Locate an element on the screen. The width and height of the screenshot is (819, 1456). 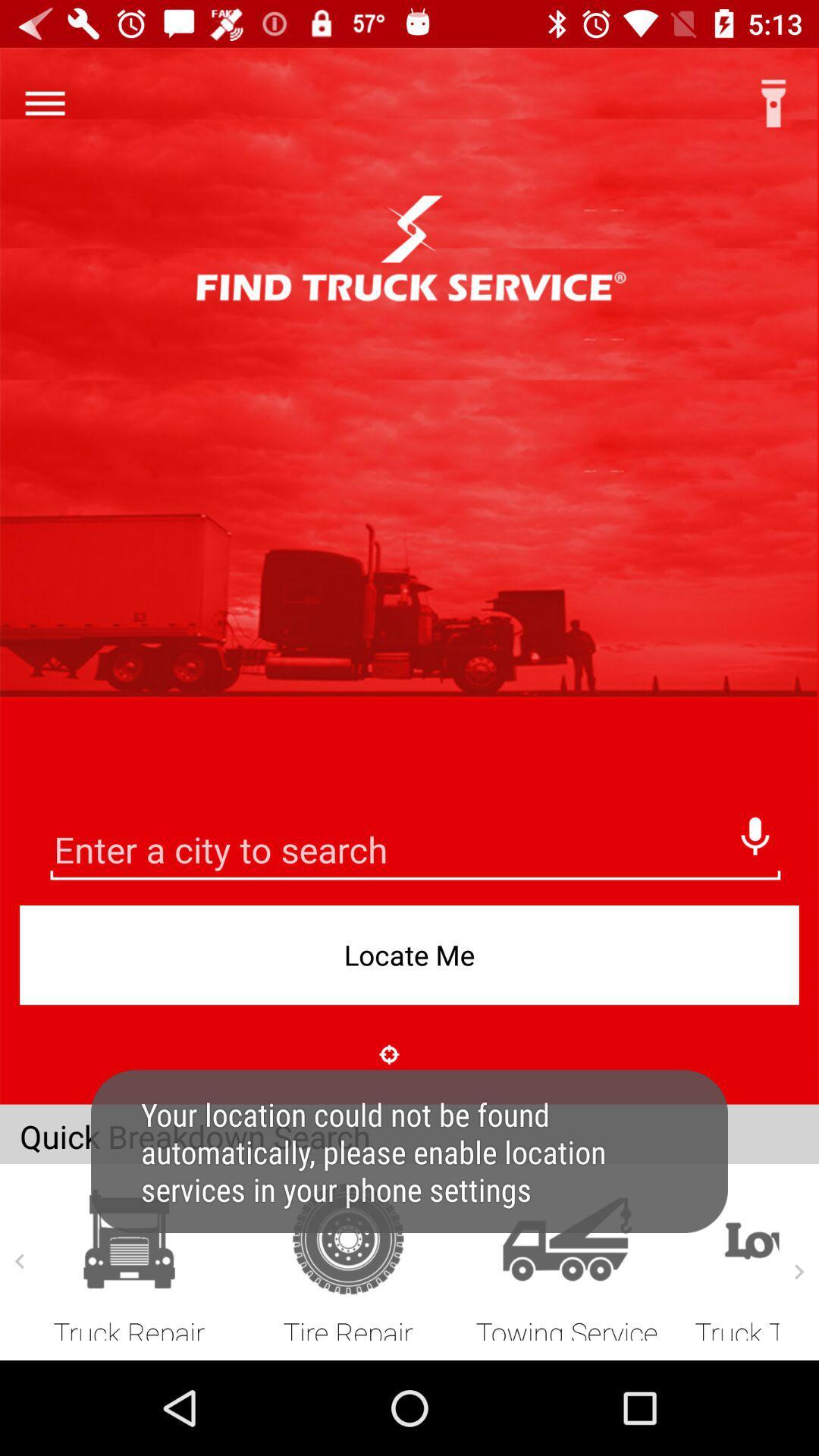
open menu is located at coordinates (44, 102).